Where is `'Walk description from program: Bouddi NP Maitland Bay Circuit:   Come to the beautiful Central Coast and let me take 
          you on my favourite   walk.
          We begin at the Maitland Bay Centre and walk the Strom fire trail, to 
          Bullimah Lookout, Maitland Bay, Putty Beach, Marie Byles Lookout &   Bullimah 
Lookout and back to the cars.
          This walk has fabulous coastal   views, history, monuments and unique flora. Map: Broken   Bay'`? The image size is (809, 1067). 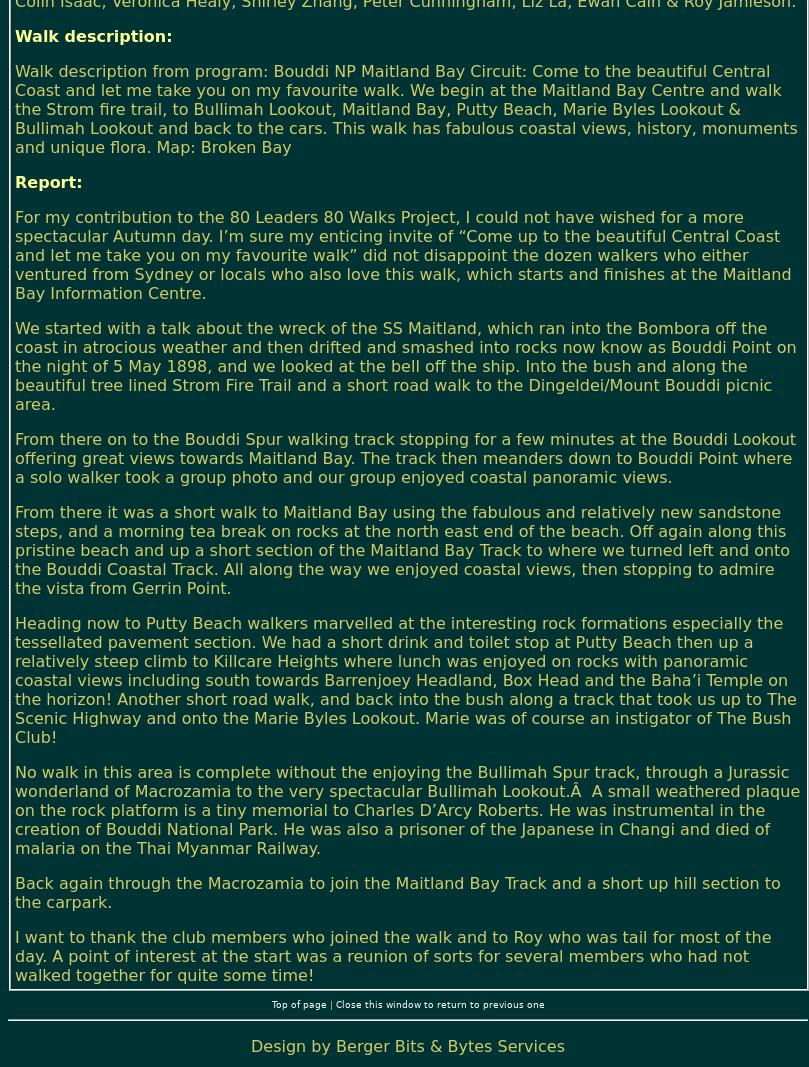 'Walk description from program: Bouddi NP Maitland Bay Circuit:   Come to the beautiful Central Coast and let me take 
          you on my favourite   walk.
          We begin at the Maitland Bay Centre and walk the Strom fire trail, to 
          Bullimah Lookout, Maitland Bay, Putty Beach, Marie Byles Lookout &   Bullimah 
Lookout and back to the cars.
          This walk has fabulous coastal   views, history, monuments and unique flora. Map: Broken   Bay' is located at coordinates (14, 107).